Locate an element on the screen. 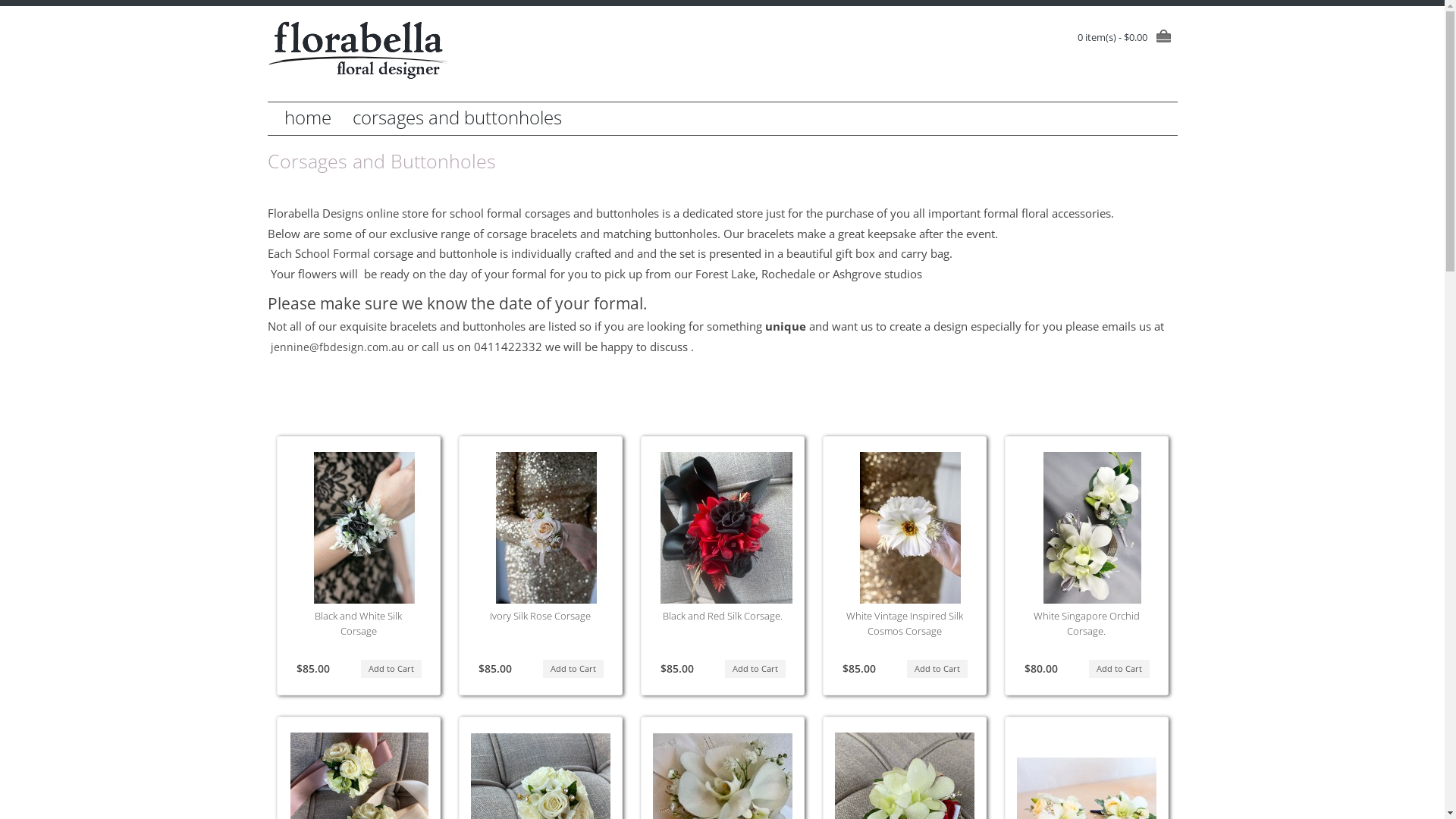 The image size is (1456, 819). 'Add to Cart' is located at coordinates (573, 668).